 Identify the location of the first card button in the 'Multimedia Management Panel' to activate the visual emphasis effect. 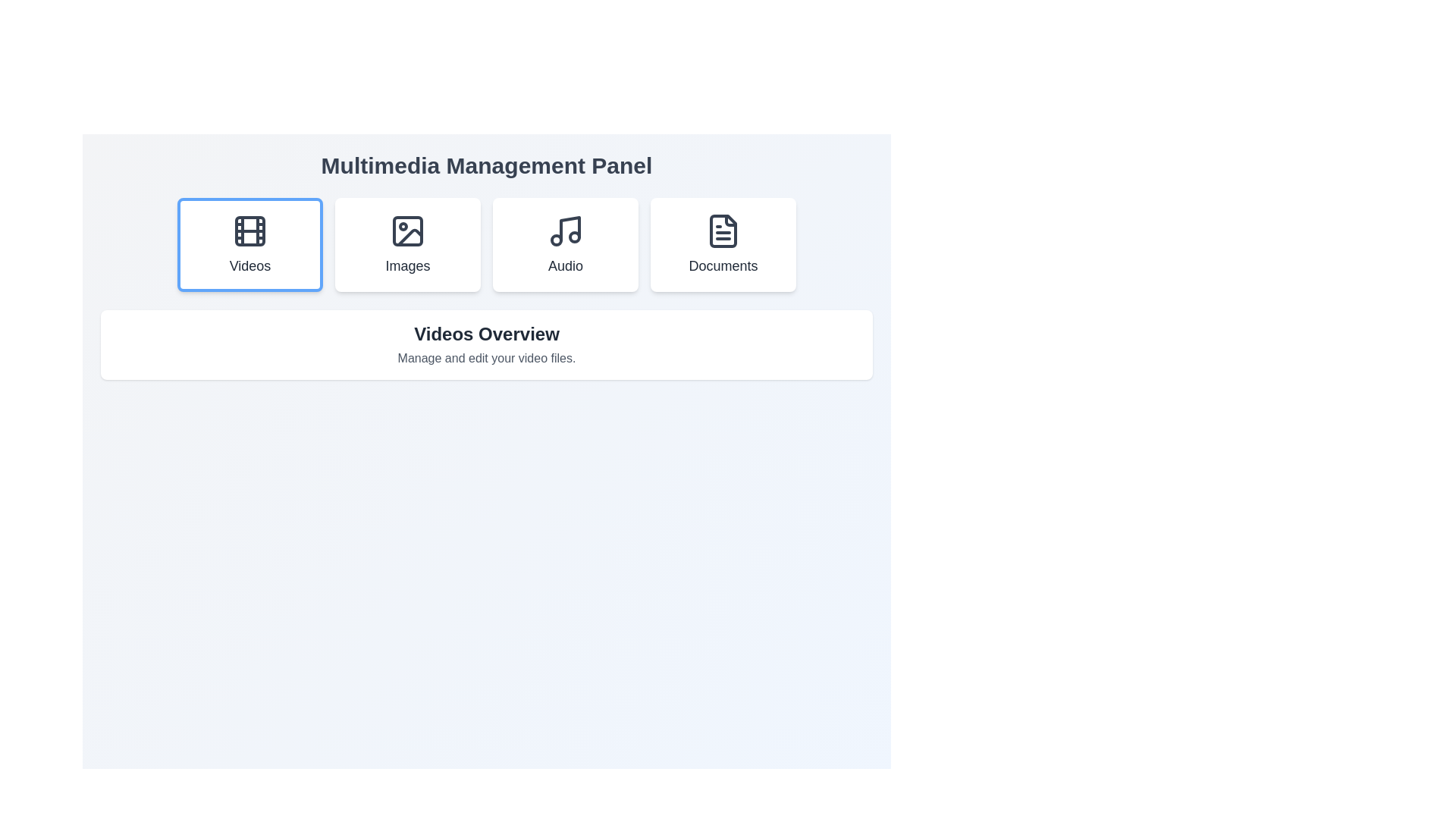
(250, 244).